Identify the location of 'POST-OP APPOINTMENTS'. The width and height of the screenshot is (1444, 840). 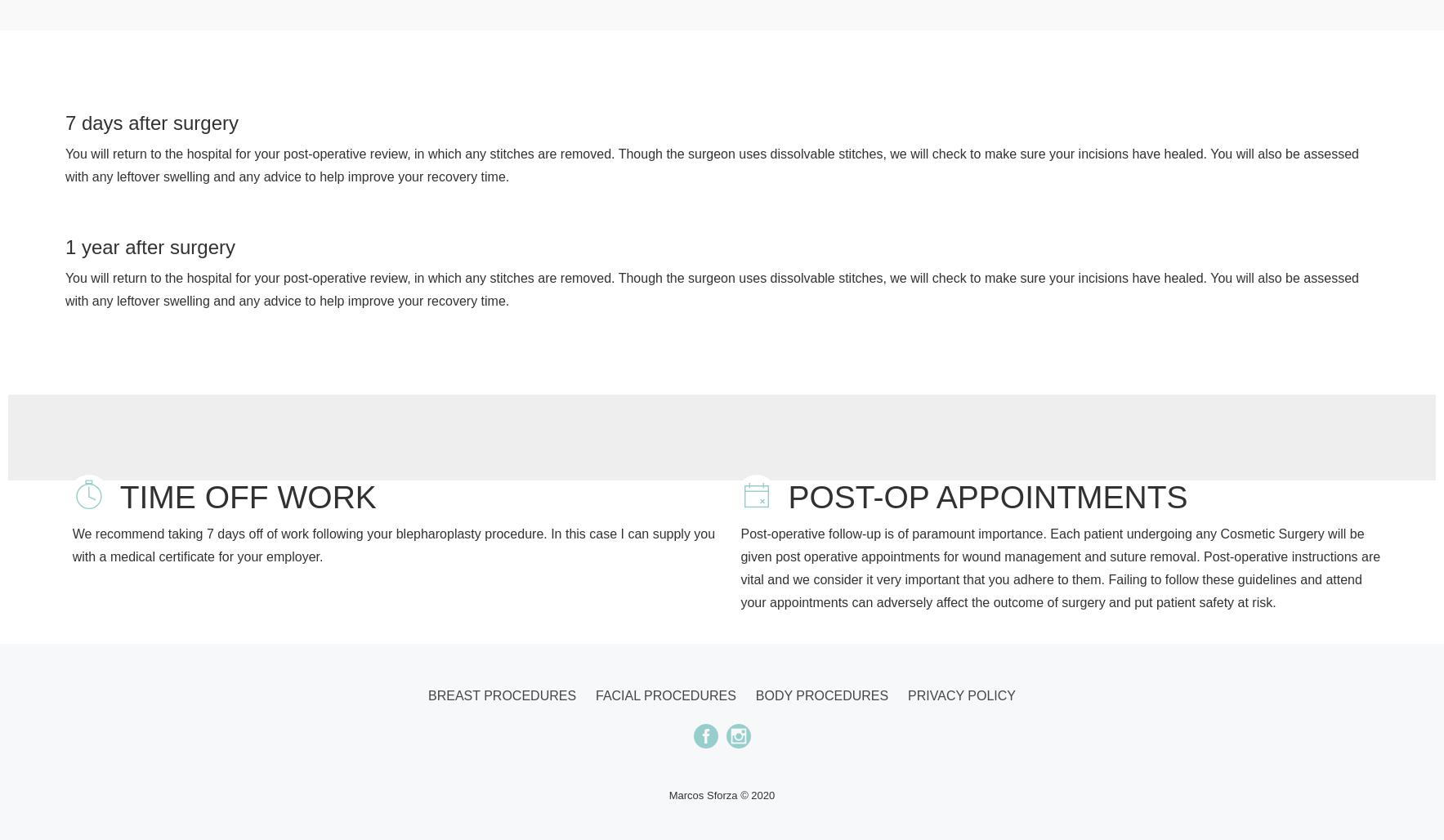
(986, 496).